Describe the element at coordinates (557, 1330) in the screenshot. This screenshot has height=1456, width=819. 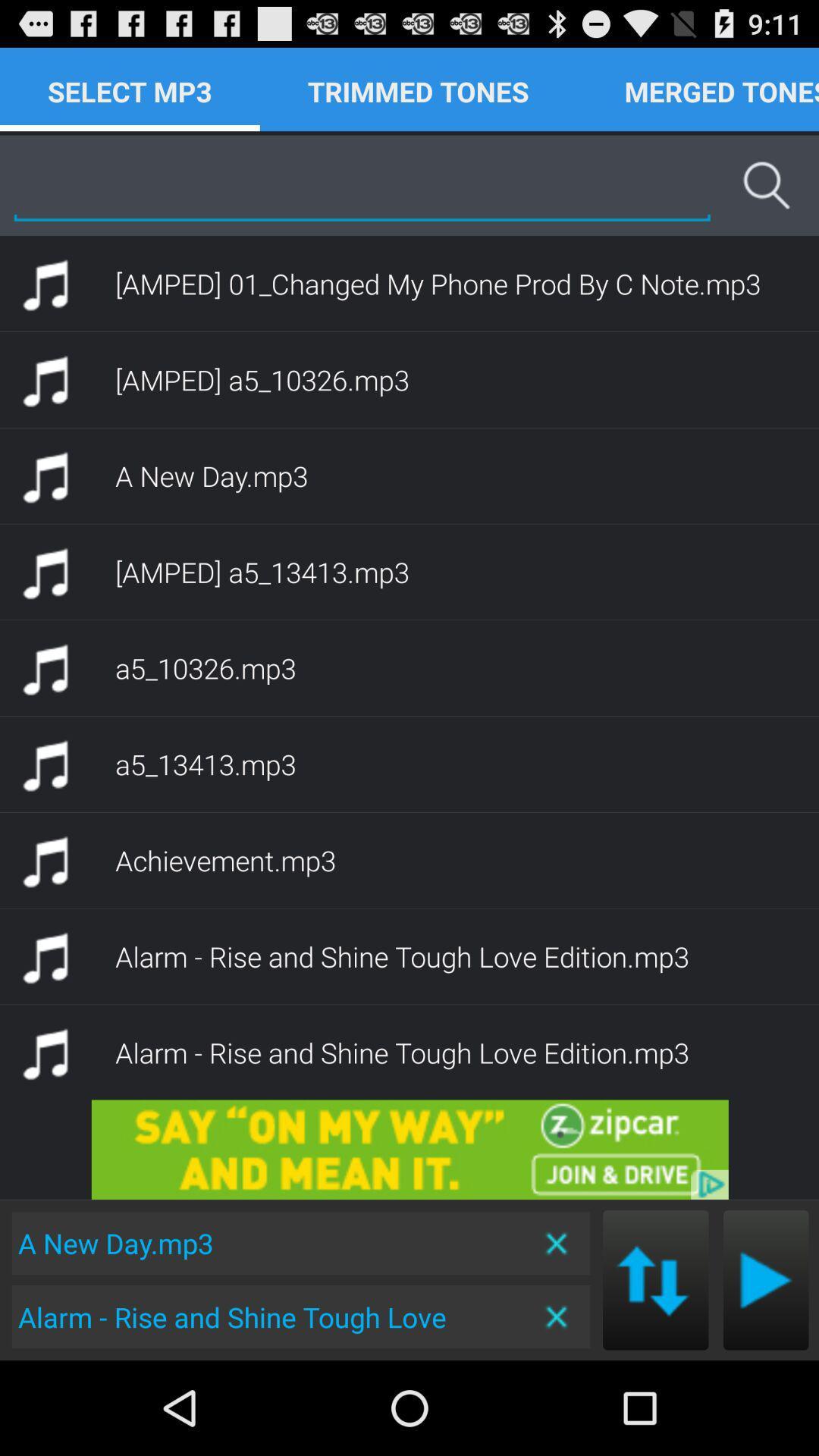
I see `the close icon` at that location.